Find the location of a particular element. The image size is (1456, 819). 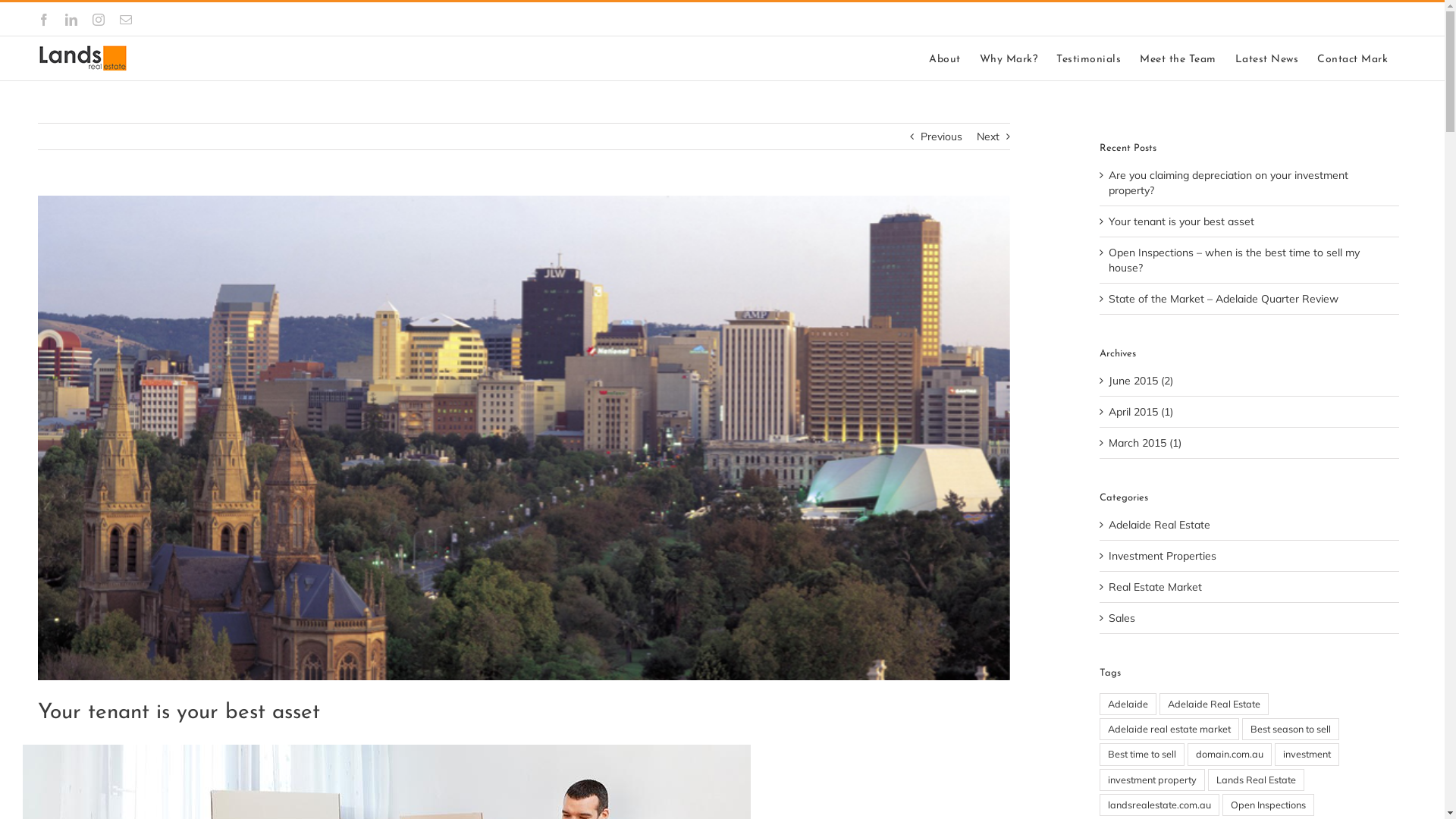

'Why Mark?' is located at coordinates (979, 58).